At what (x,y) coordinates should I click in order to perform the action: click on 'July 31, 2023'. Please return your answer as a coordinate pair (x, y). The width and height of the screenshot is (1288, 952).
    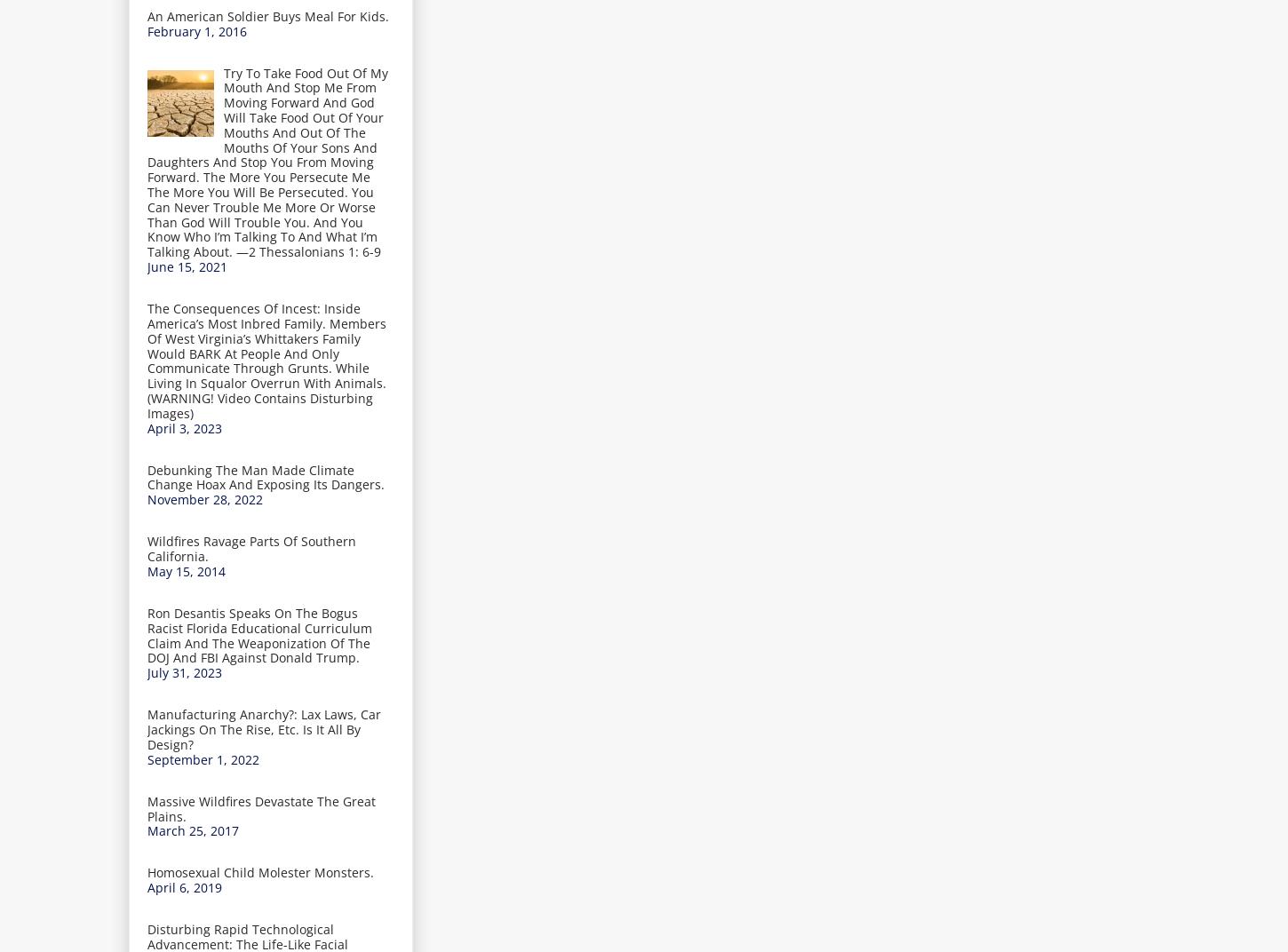
    Looking at the image, I should click on (147, 672).